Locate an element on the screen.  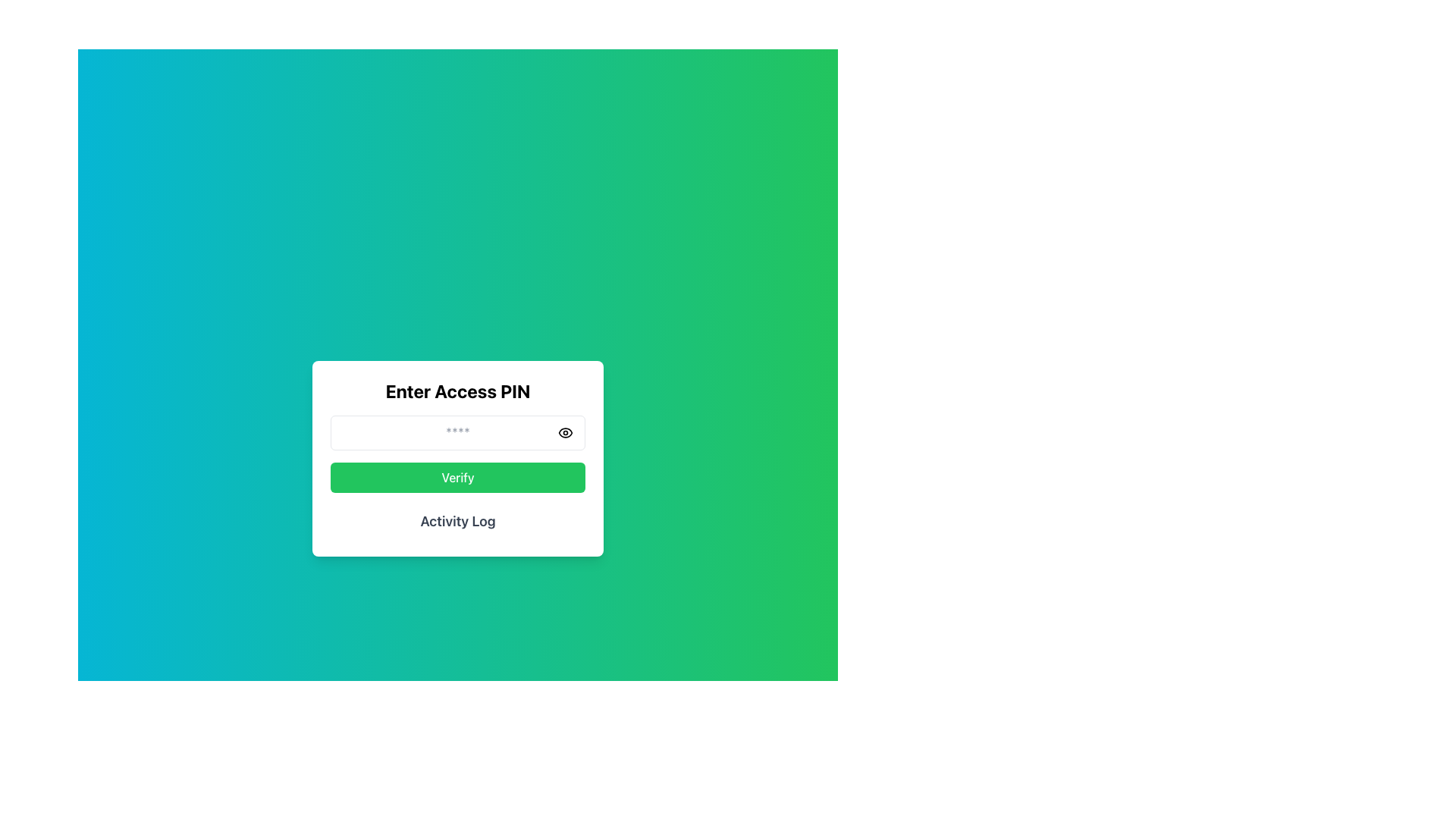
the Text label indicating activity logging or history, which is positioned below the green 'Verify' button is located at coordinates (457, 520).